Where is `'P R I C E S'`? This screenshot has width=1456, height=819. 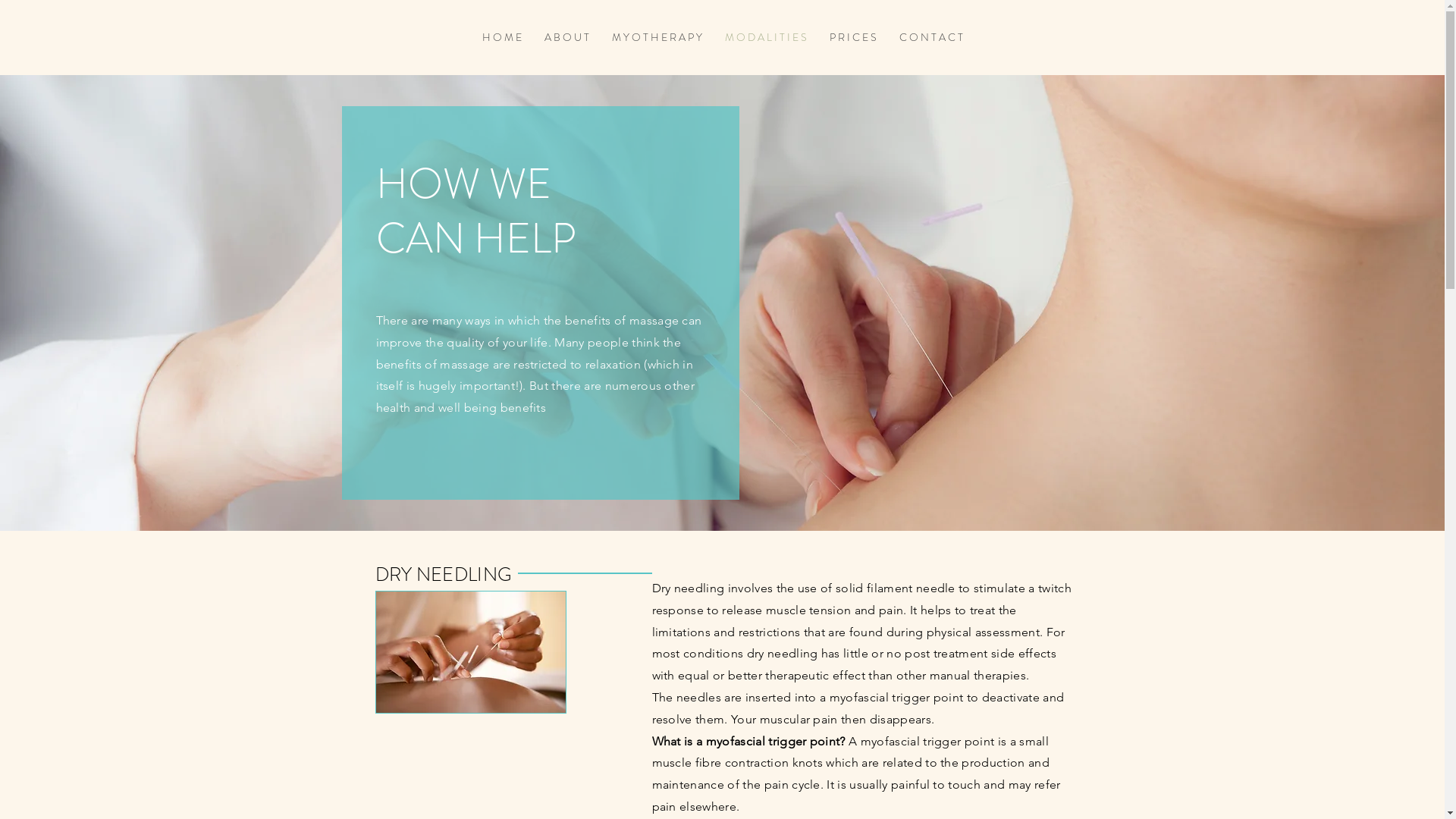 'P R I C E S' is located at coordinates (852, 36).